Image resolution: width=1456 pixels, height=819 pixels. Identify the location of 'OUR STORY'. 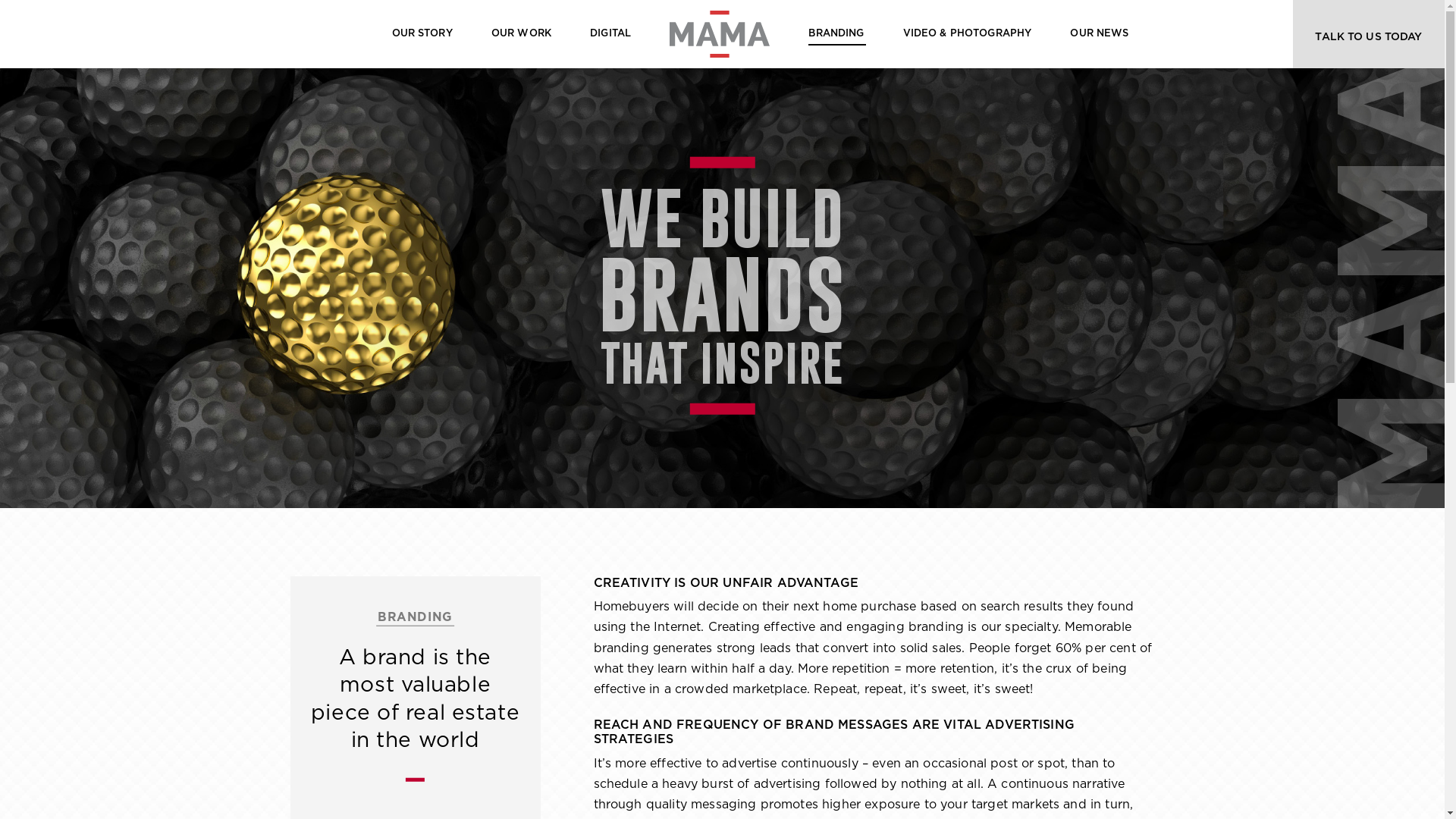
(422, 34).